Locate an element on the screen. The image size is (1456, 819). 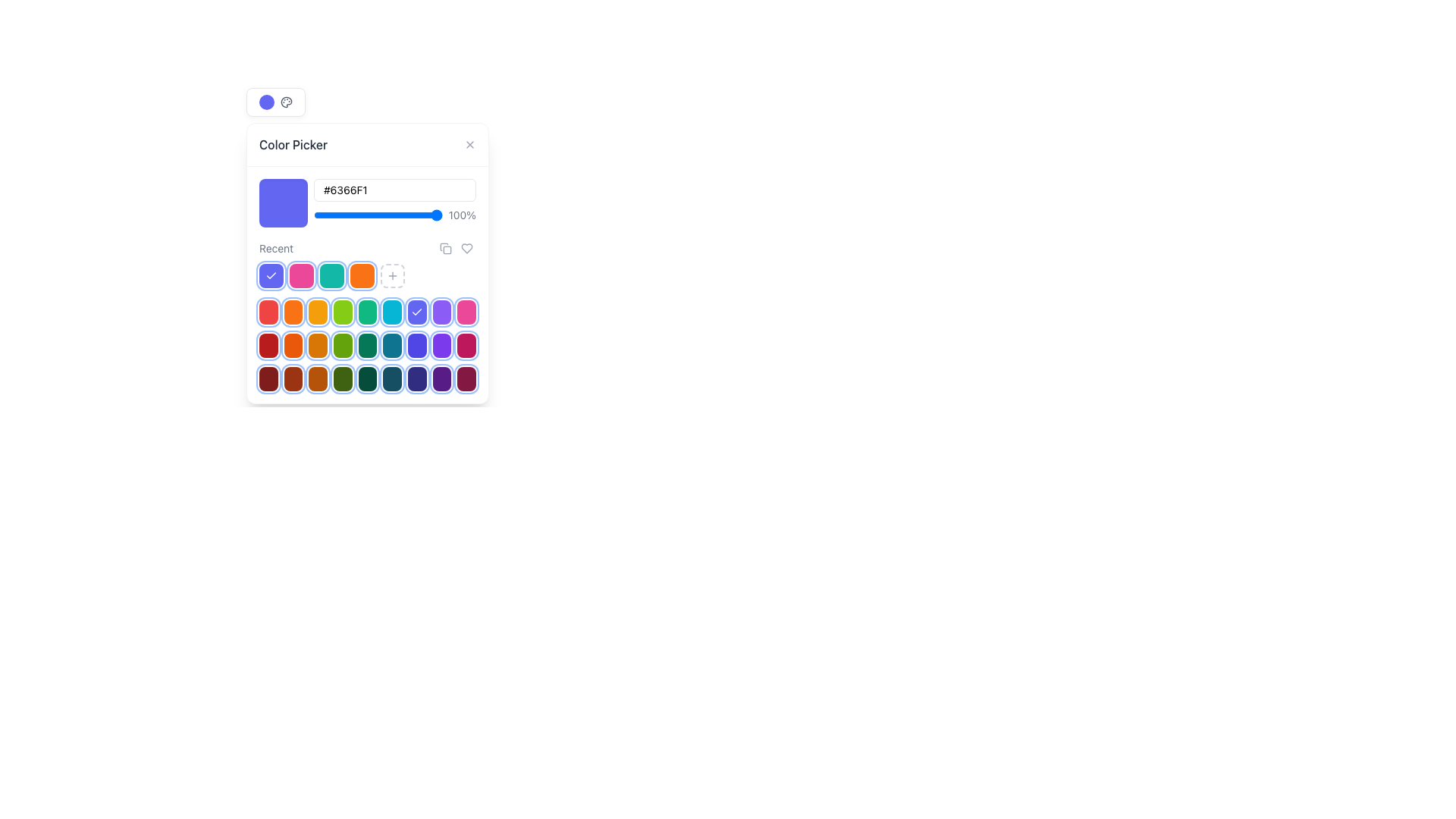
the heart icon located in the top-right portion of the 'Recent' section within the color picker interface to mark the color as favorite is located at coordinates (455, 247).